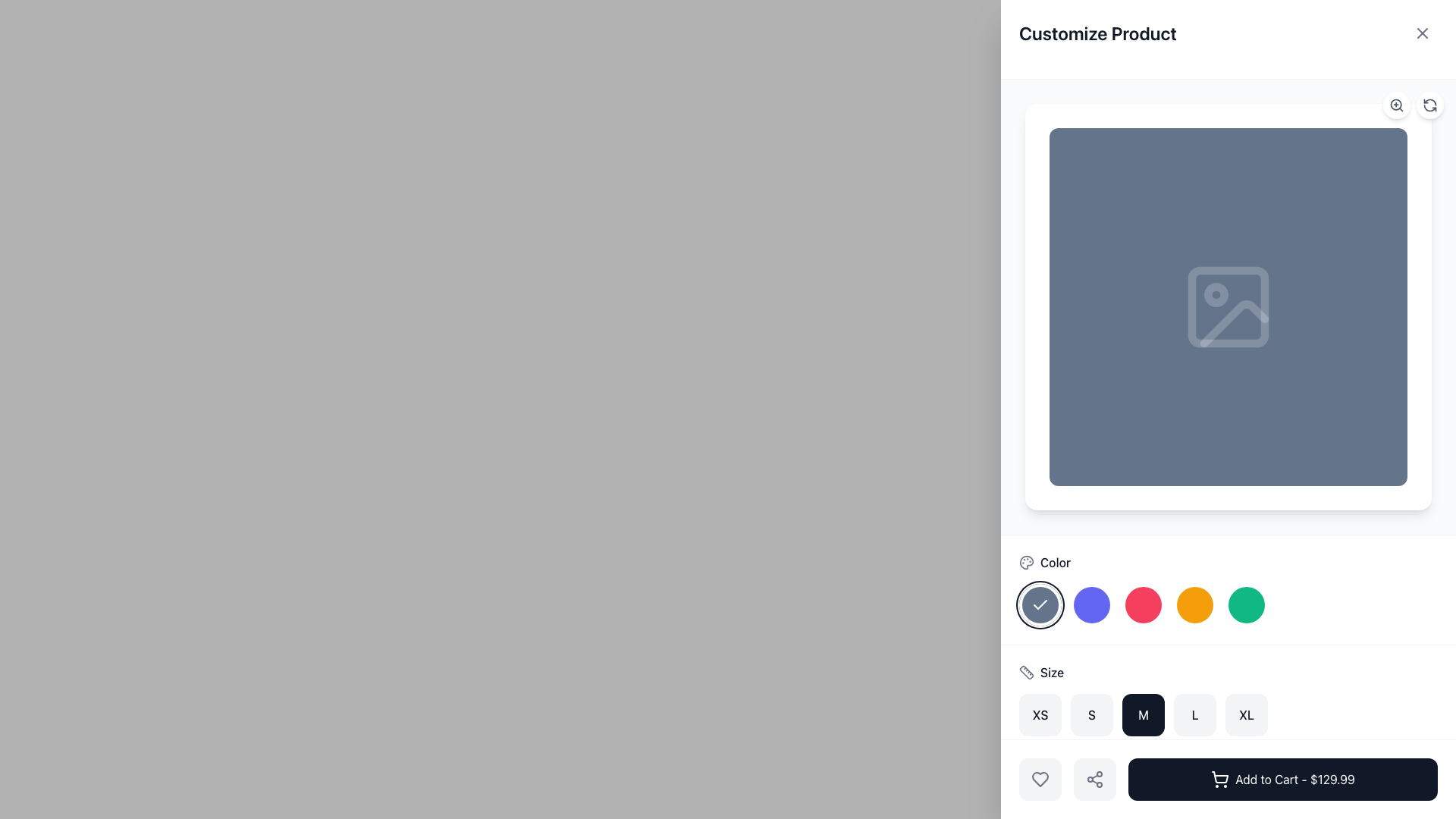 Image resolution: width=1456 pixels, height=819 pixels. I want to click on the circular refresh button in the top-right corner of the 'Customize Product' modal to refresh or reload the content, so click(1429, 104).